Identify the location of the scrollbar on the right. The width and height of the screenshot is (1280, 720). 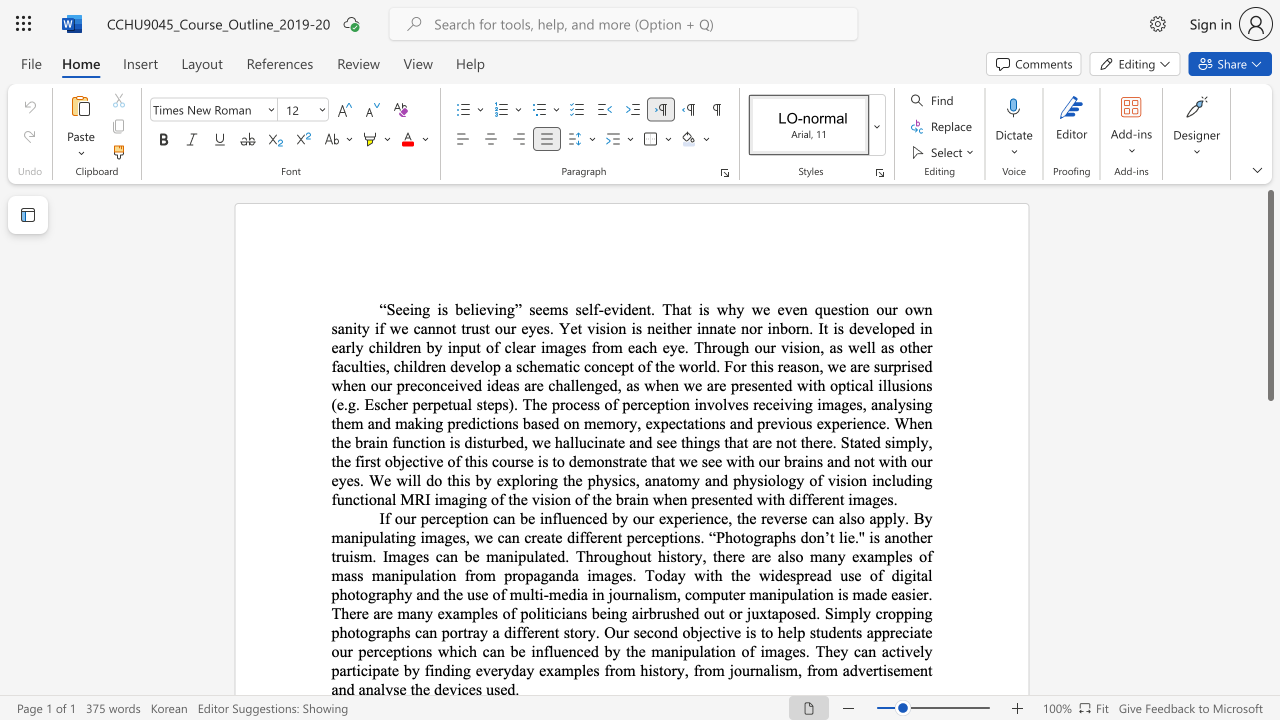
(1269, 588).